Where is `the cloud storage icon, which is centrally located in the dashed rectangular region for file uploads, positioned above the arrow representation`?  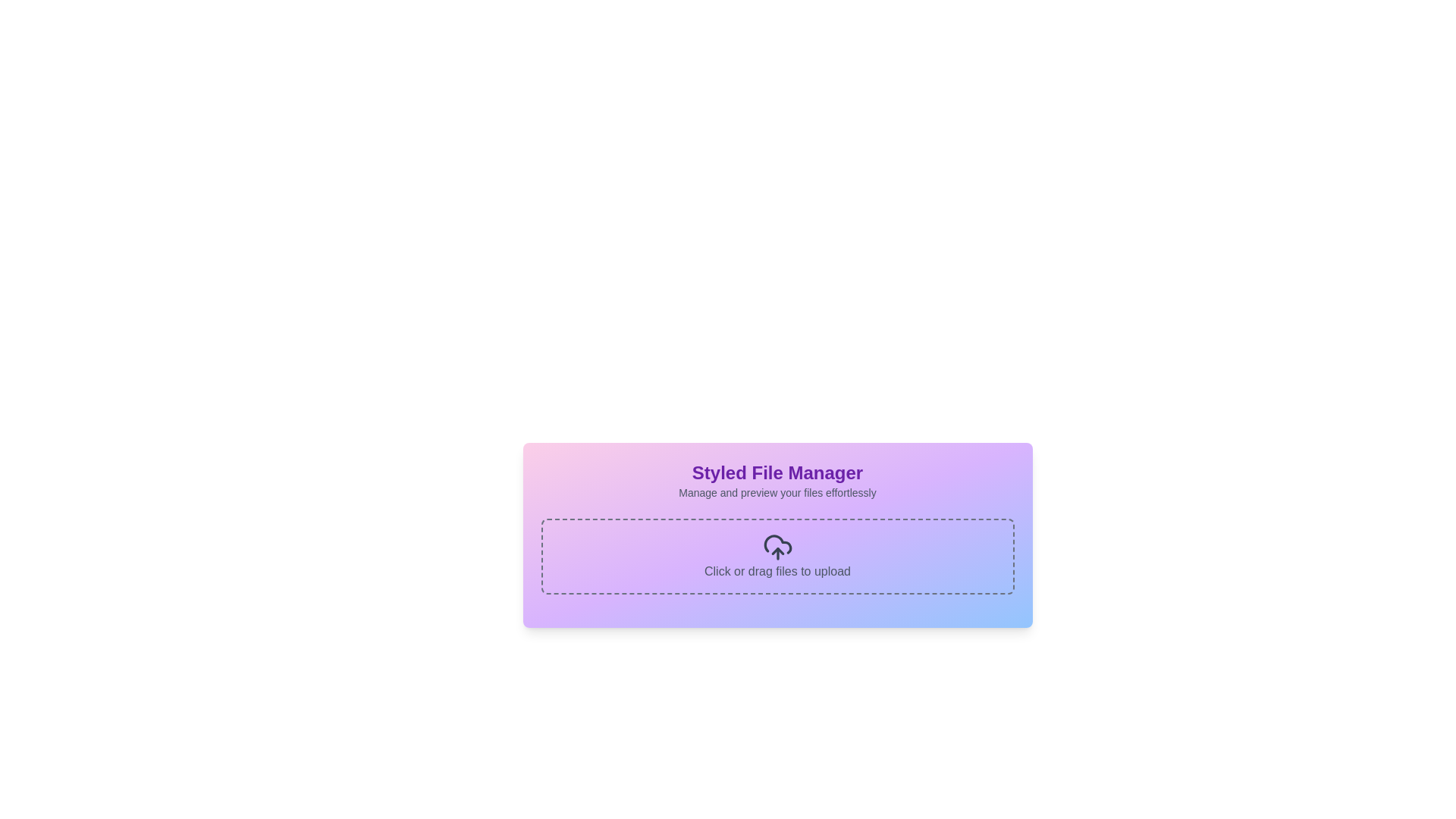
the cloud storage icon, which is centrally located in the dashed rectangular region for file uploads, positioned above the arrow representation is located at coordinates (777, 544).